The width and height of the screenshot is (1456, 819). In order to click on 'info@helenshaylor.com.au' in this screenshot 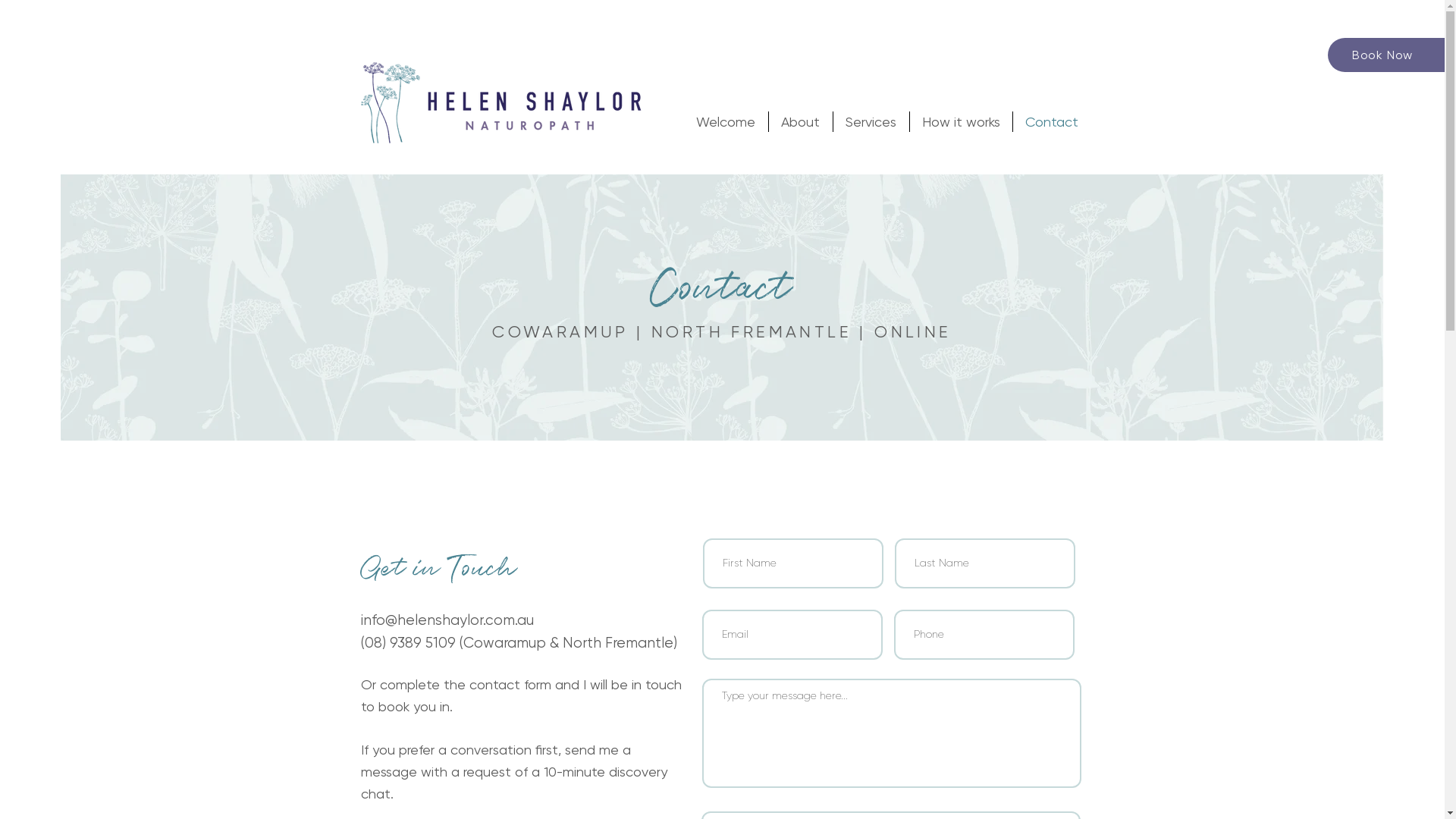, I will do `click(447, 620)`.